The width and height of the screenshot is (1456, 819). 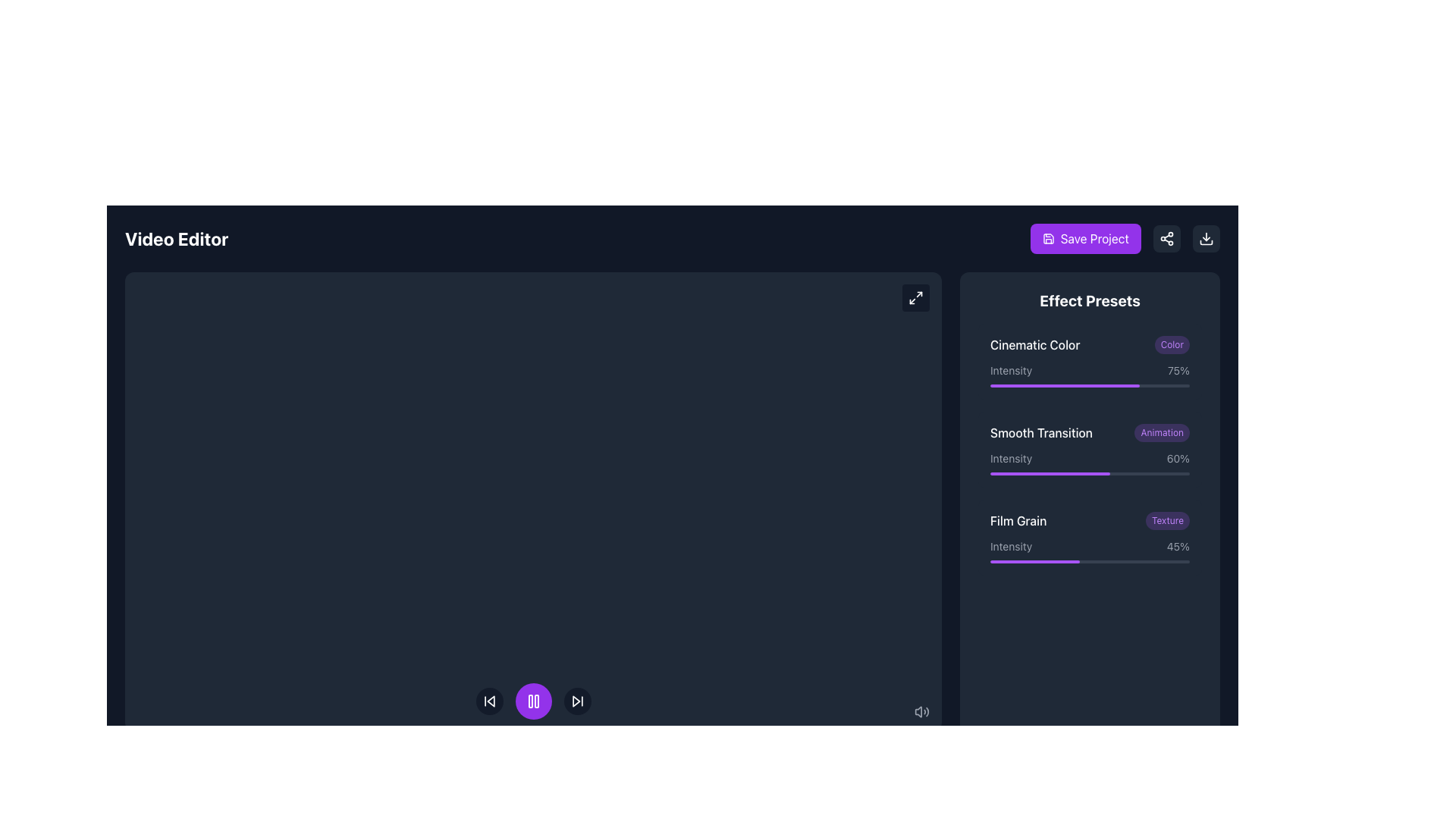 What do you see at coordinates (1161, 432) in the screenshot?
I see `the label with a rounded purple background containing the text 'Animation', positioned to the right of 'Smooth Transition'` at bounding box center [1161, 432].